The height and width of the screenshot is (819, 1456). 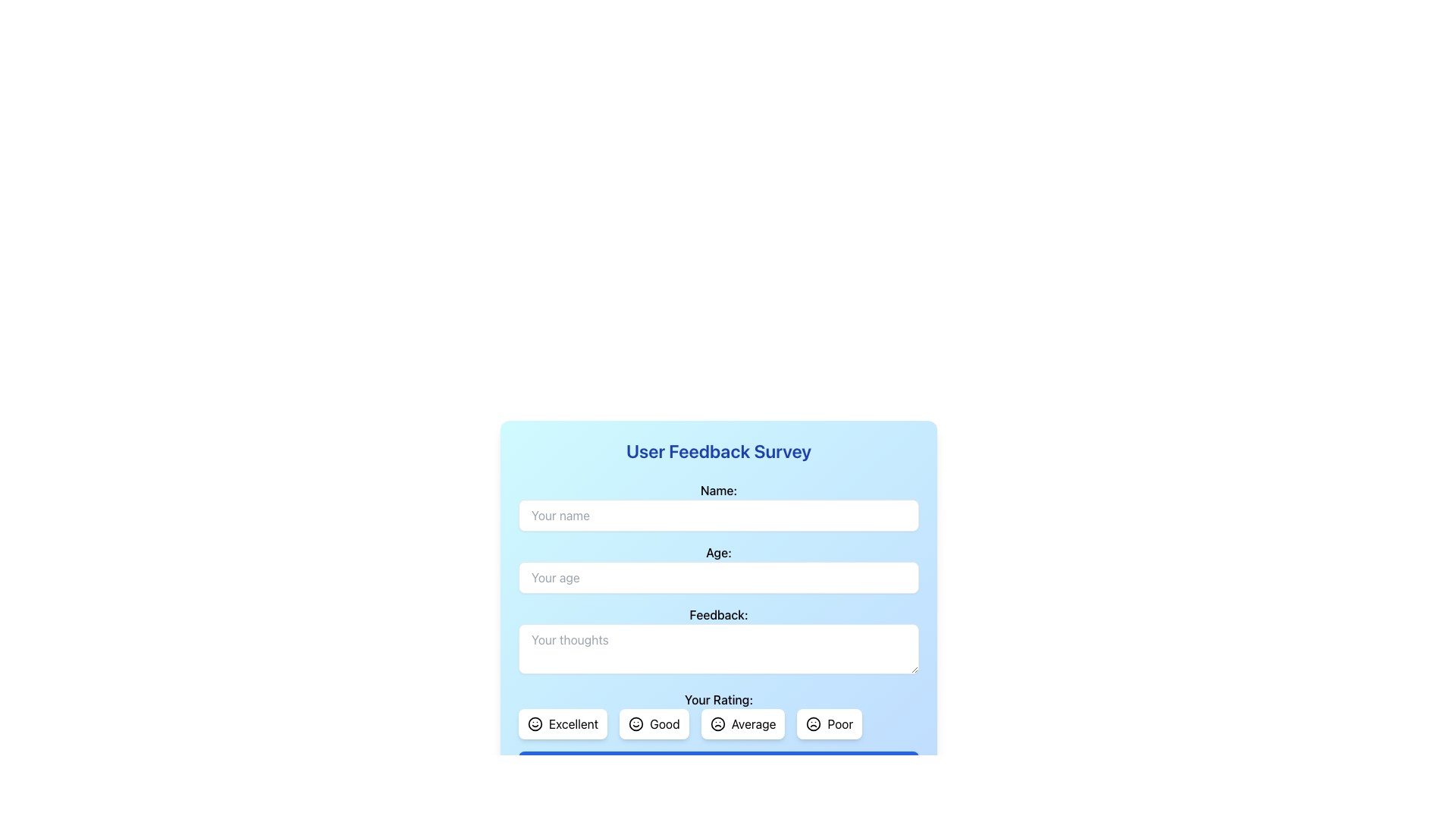 I want to click on the 'Excellent' rating button in the feedback survey, so click(x=562, y=723).